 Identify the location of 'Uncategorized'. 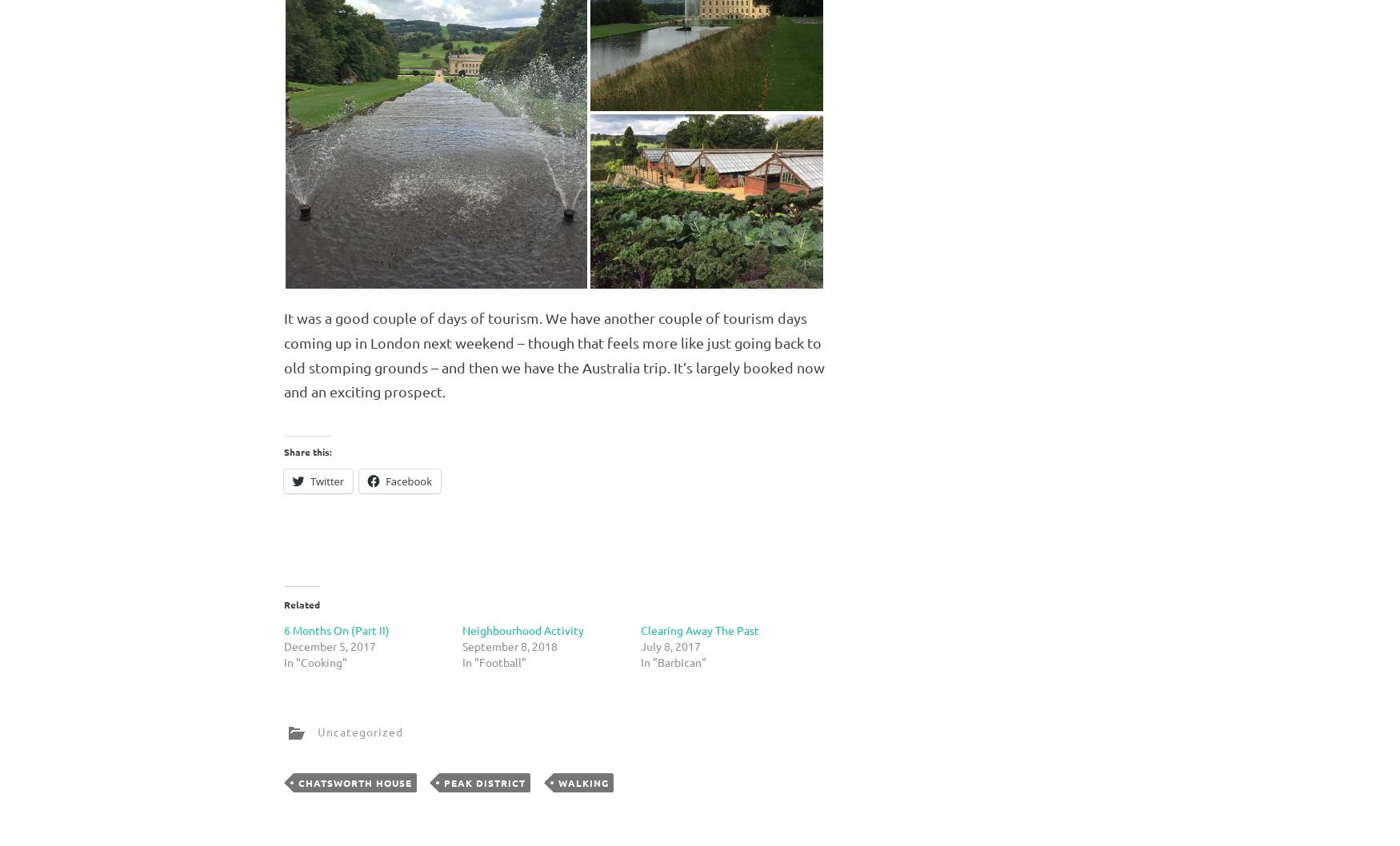
(317, 731).